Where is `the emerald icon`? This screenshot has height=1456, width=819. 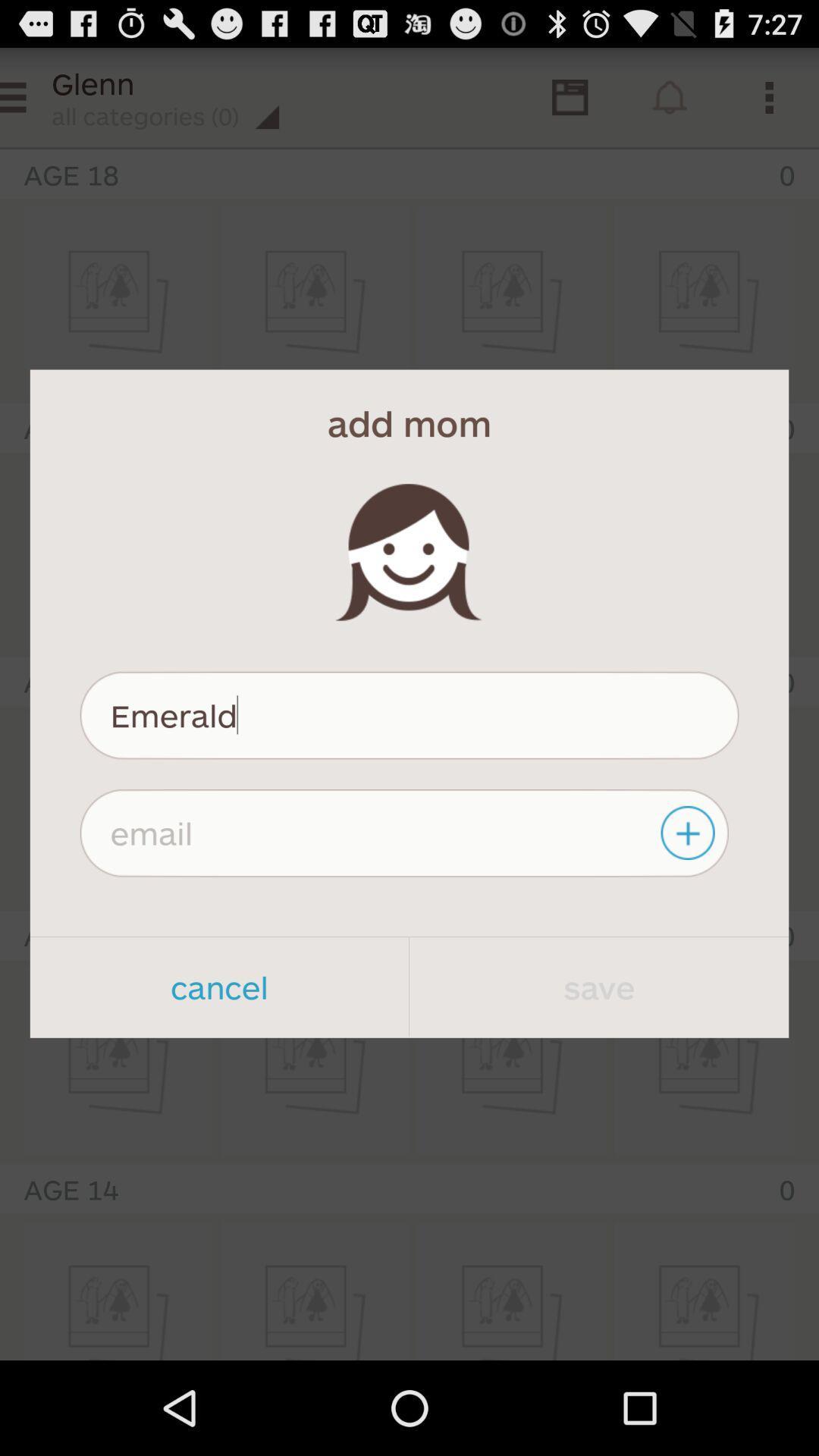 the emerald icon is located at coordinates (409, 714).